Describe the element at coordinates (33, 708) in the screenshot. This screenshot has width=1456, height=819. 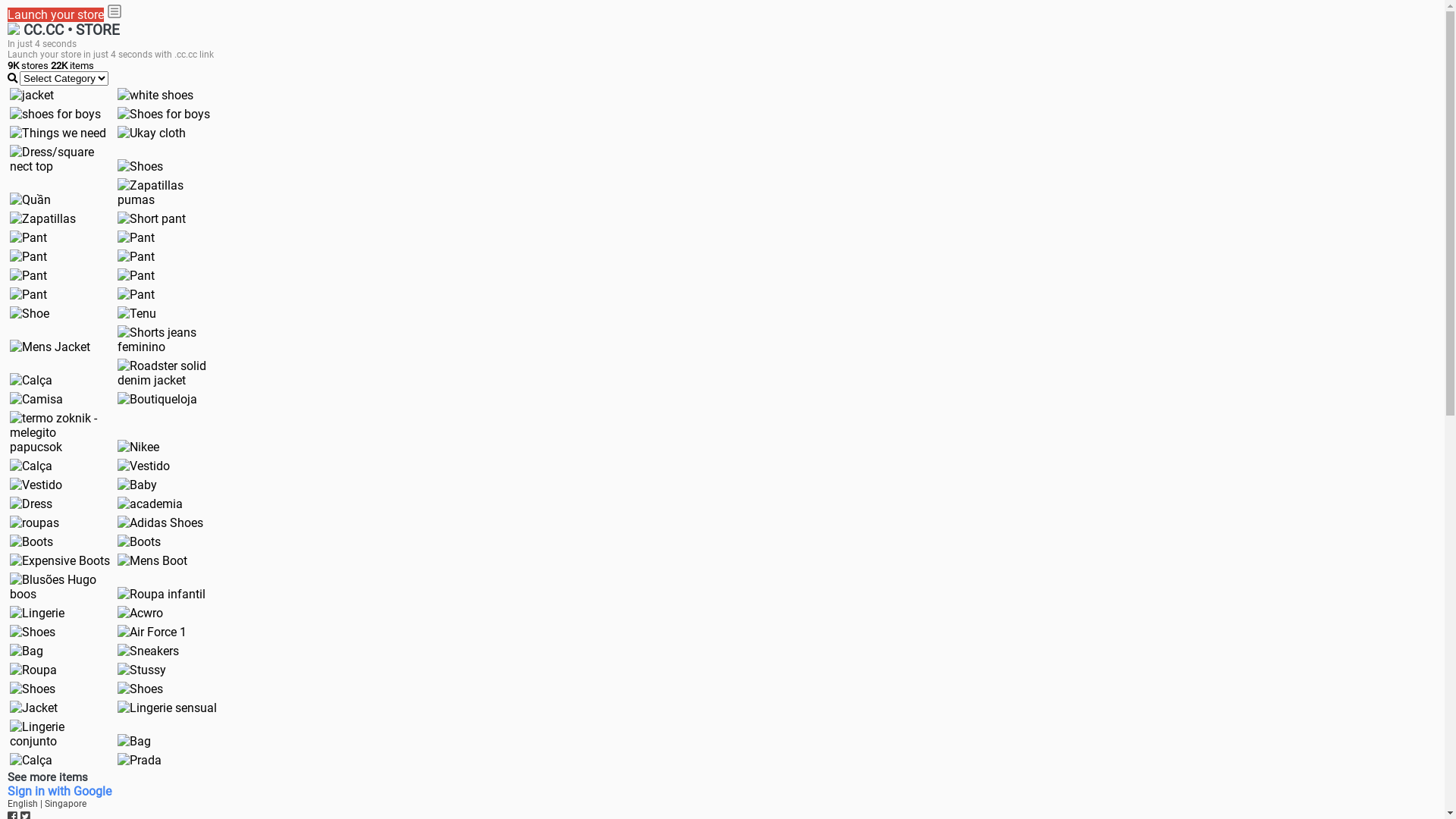
I see `'Jacket'` at that location.